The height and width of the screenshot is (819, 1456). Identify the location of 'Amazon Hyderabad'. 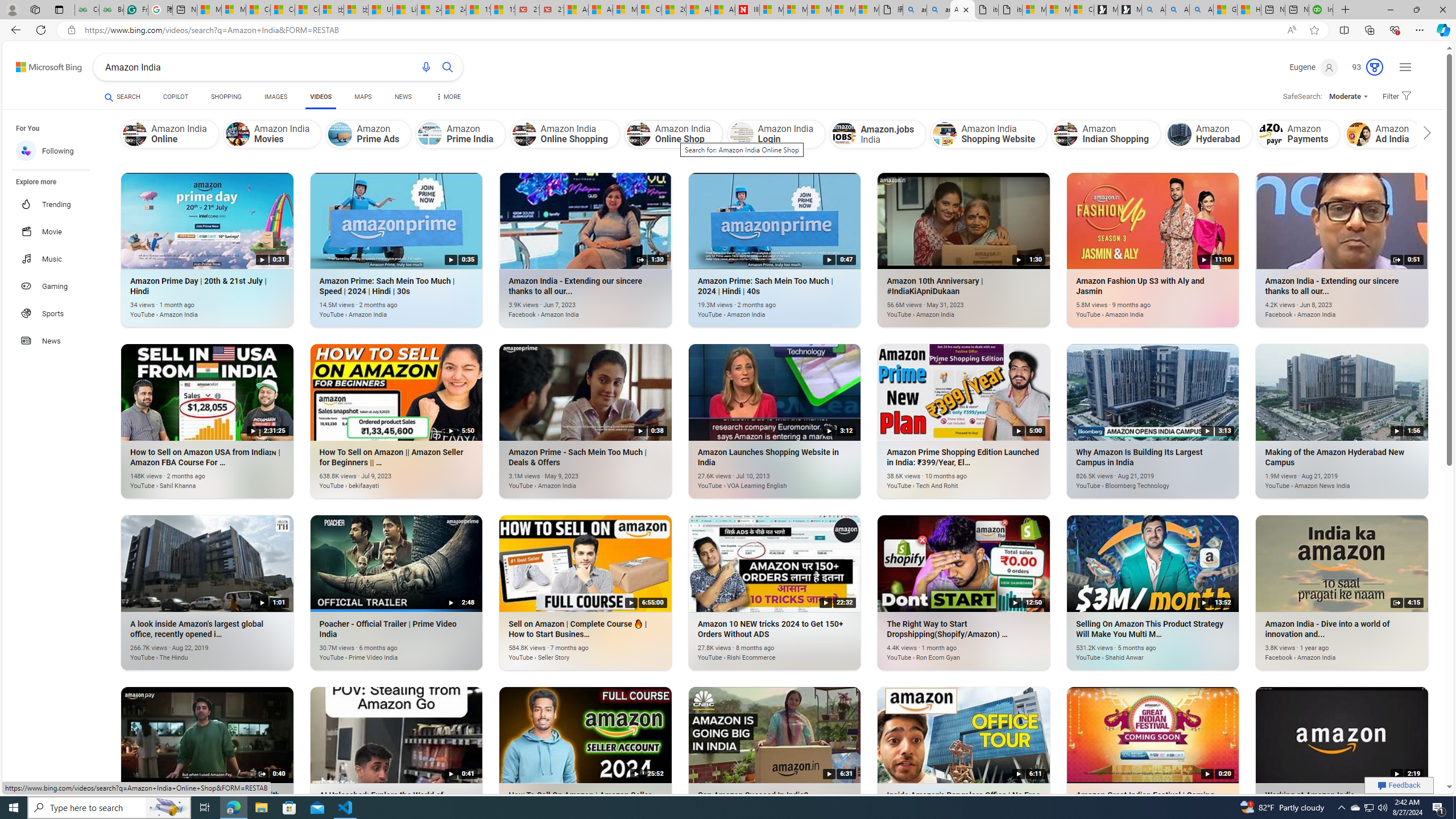
(1178, 133).